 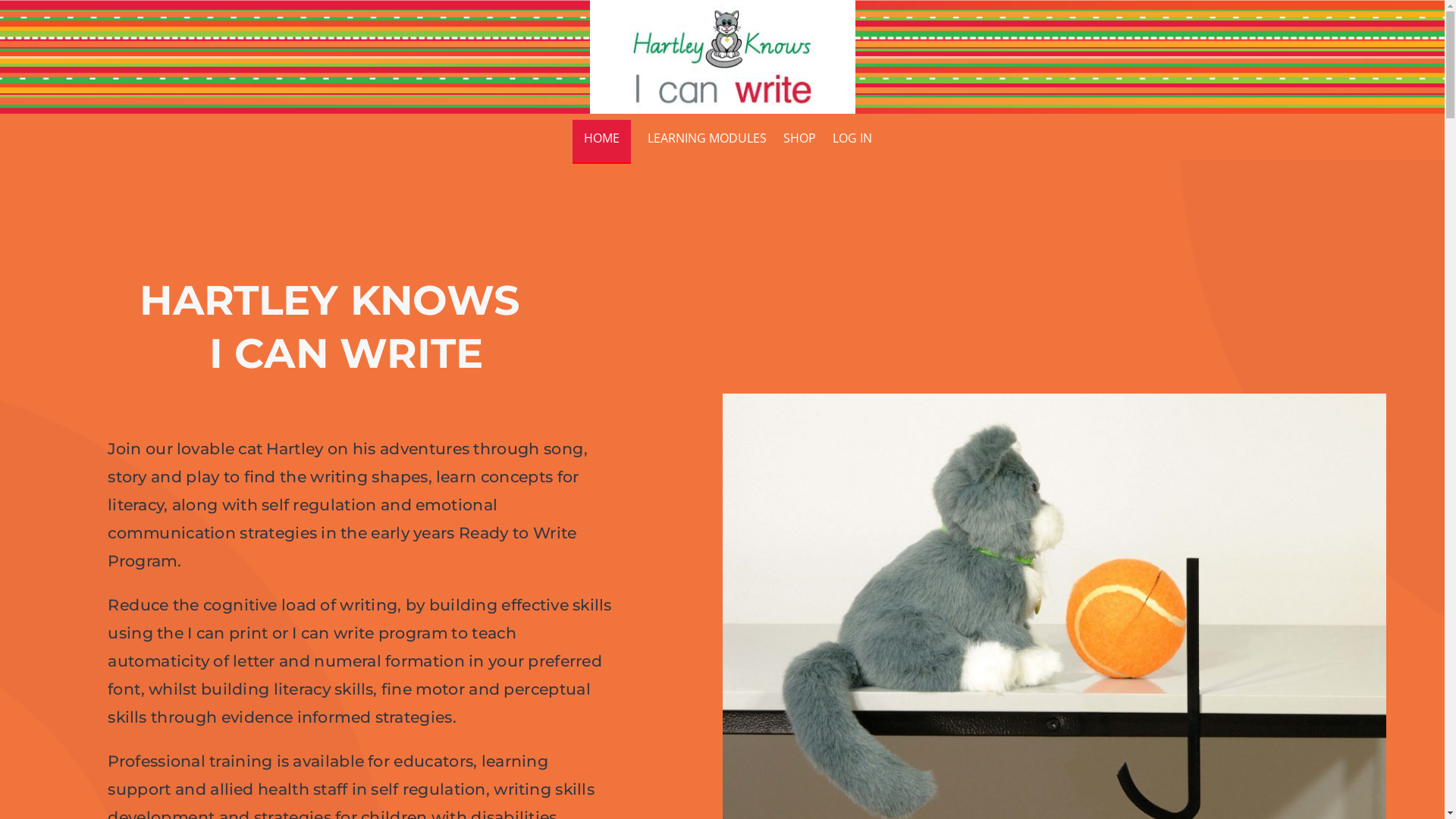 I want to click on 'LOG IN', so click(x=832, y=141).